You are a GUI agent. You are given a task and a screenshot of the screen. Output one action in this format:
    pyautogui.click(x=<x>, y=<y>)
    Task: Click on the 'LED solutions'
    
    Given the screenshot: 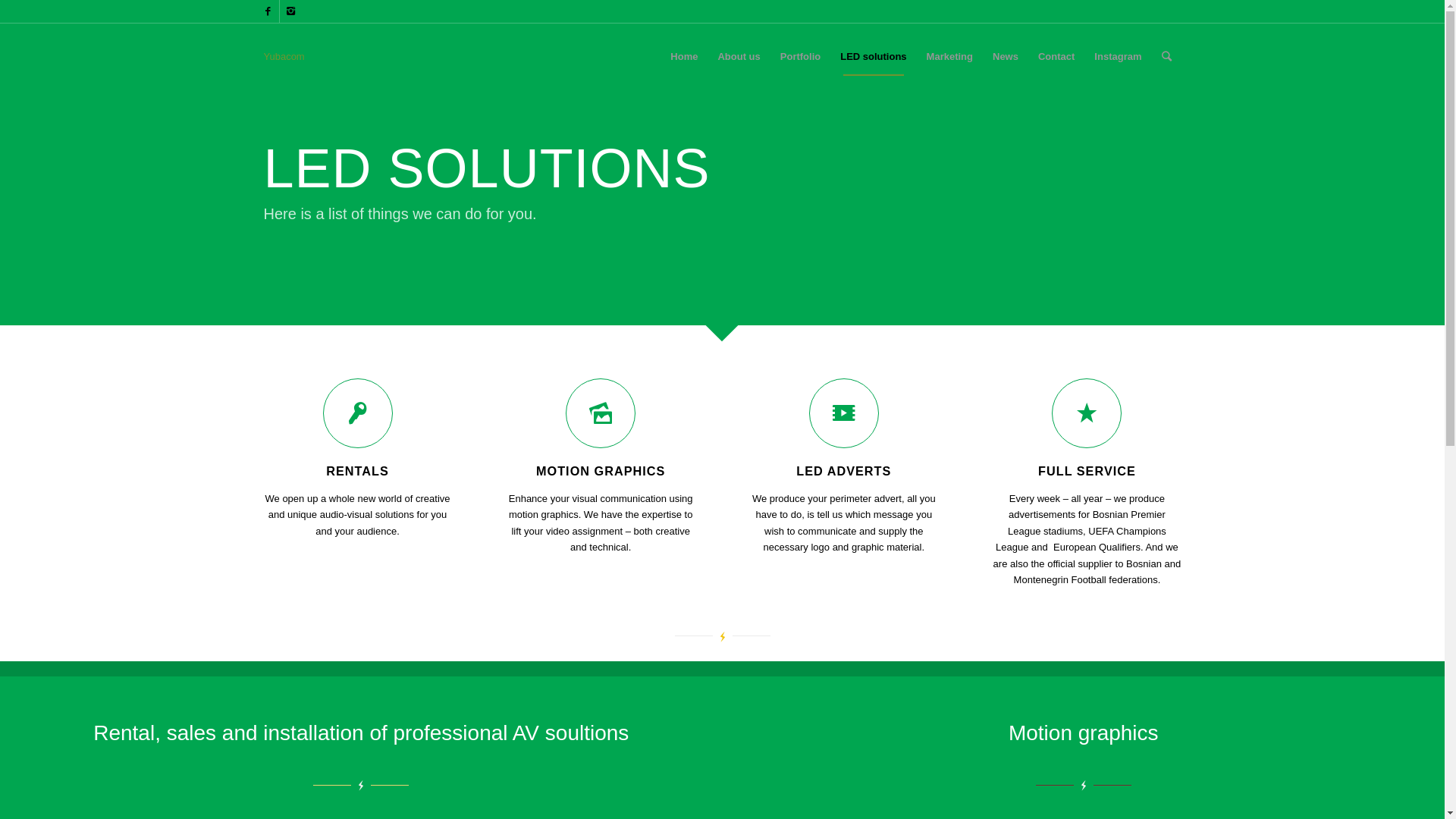 What is the action you would take?
    pyautogui.click(x=873, y=55)
    